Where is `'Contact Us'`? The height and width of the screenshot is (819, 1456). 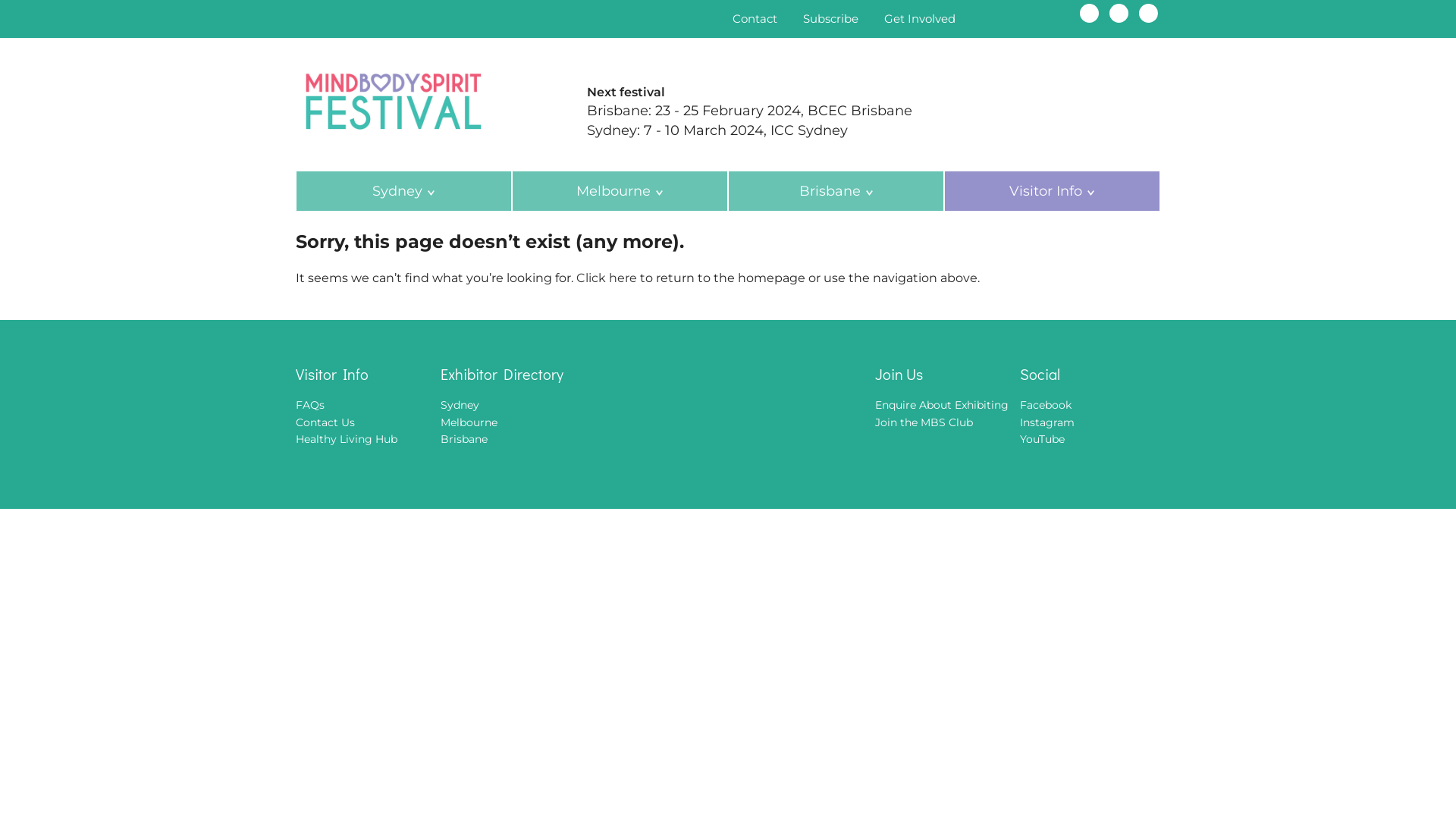 'Contact Us' is located at coordinates (324, 422).